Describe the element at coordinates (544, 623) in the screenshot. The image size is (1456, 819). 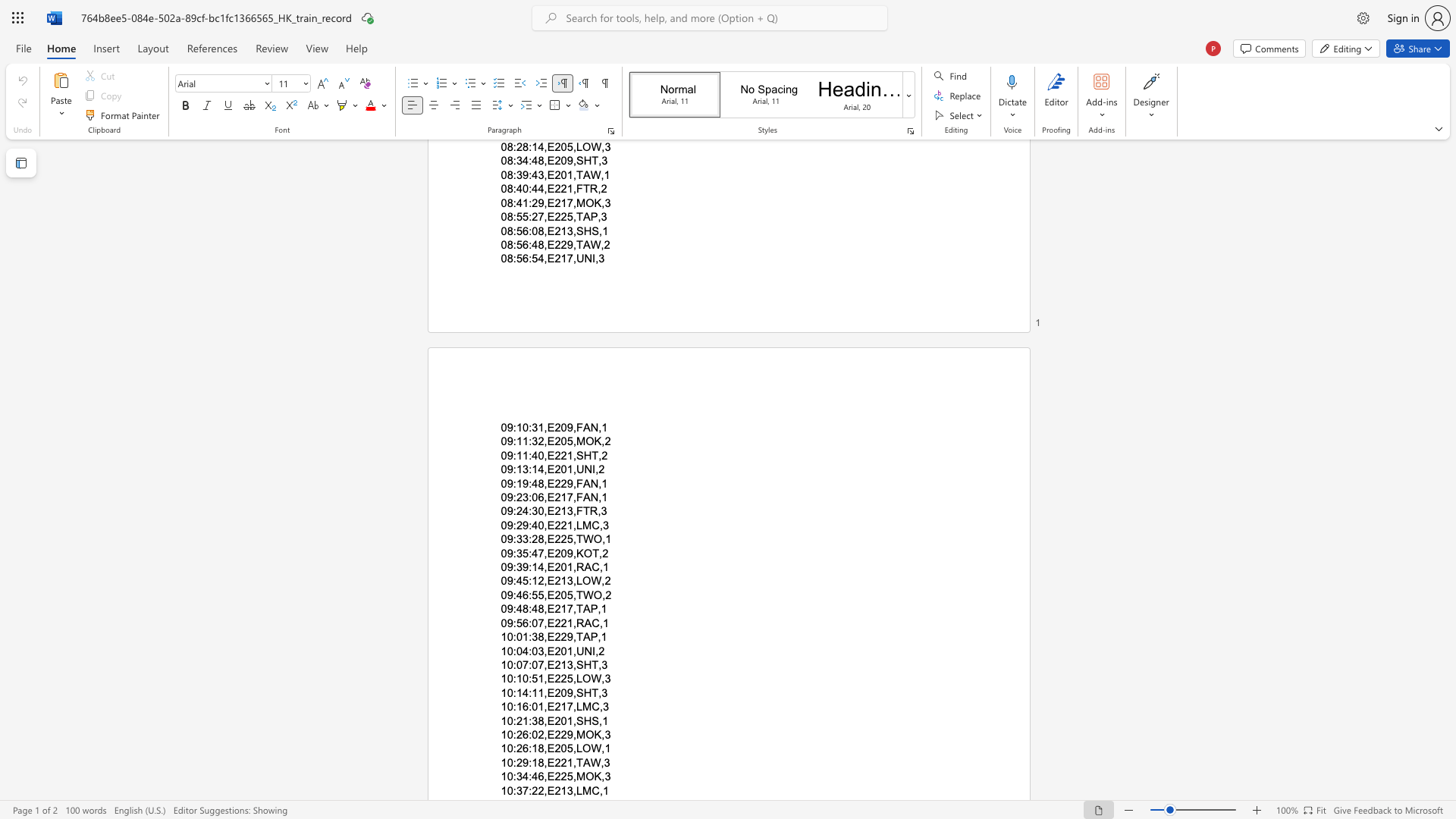
I see `the subset text ",E221,RAC," within the text "09:56:07,E221,RAC,1"` at that location.